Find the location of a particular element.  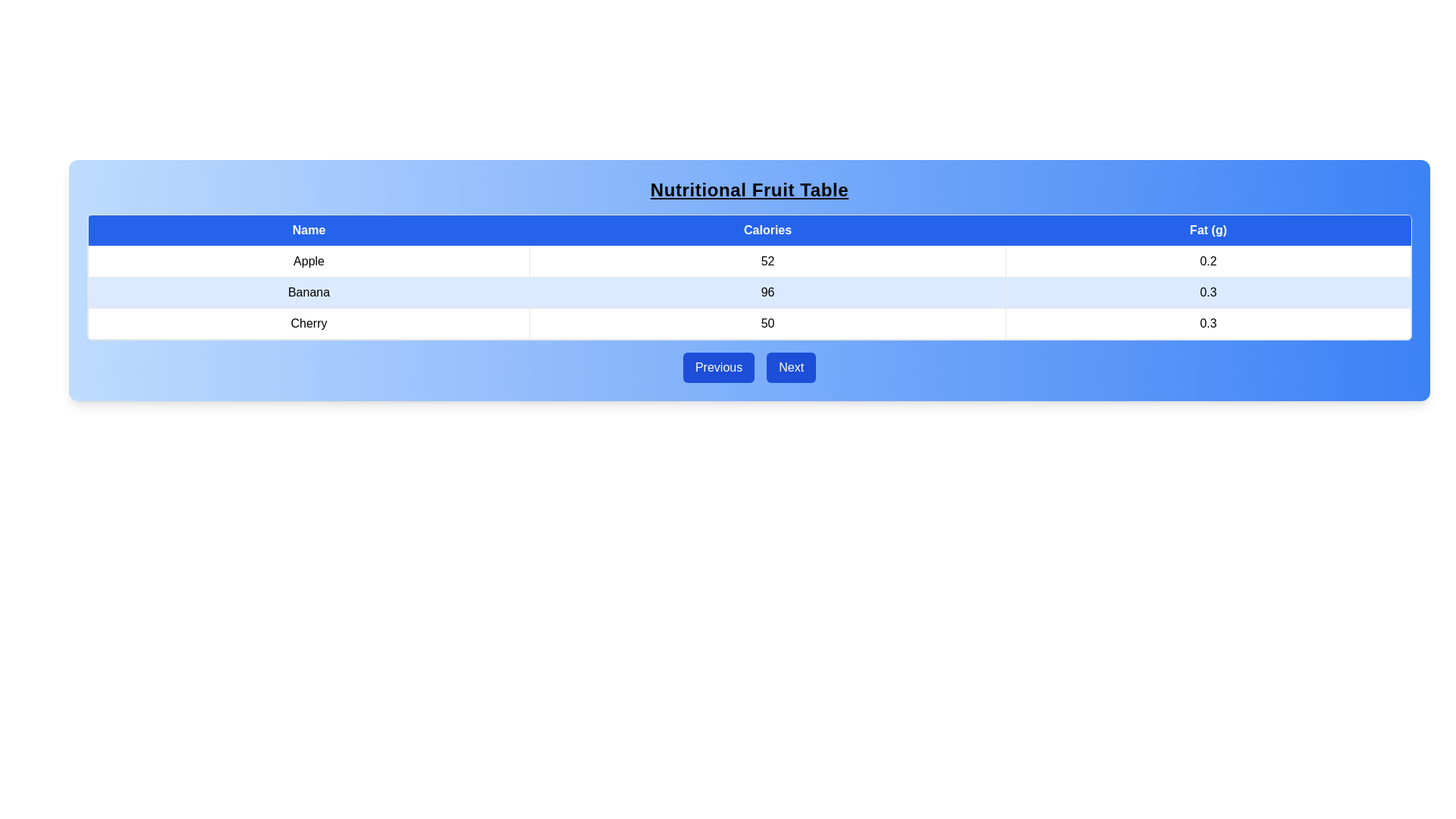

the table cell displaying the calorie value '96' for the item 'Banana', which is the second cell in the 'Calories' column of the table is located at coordinates (767, 292).